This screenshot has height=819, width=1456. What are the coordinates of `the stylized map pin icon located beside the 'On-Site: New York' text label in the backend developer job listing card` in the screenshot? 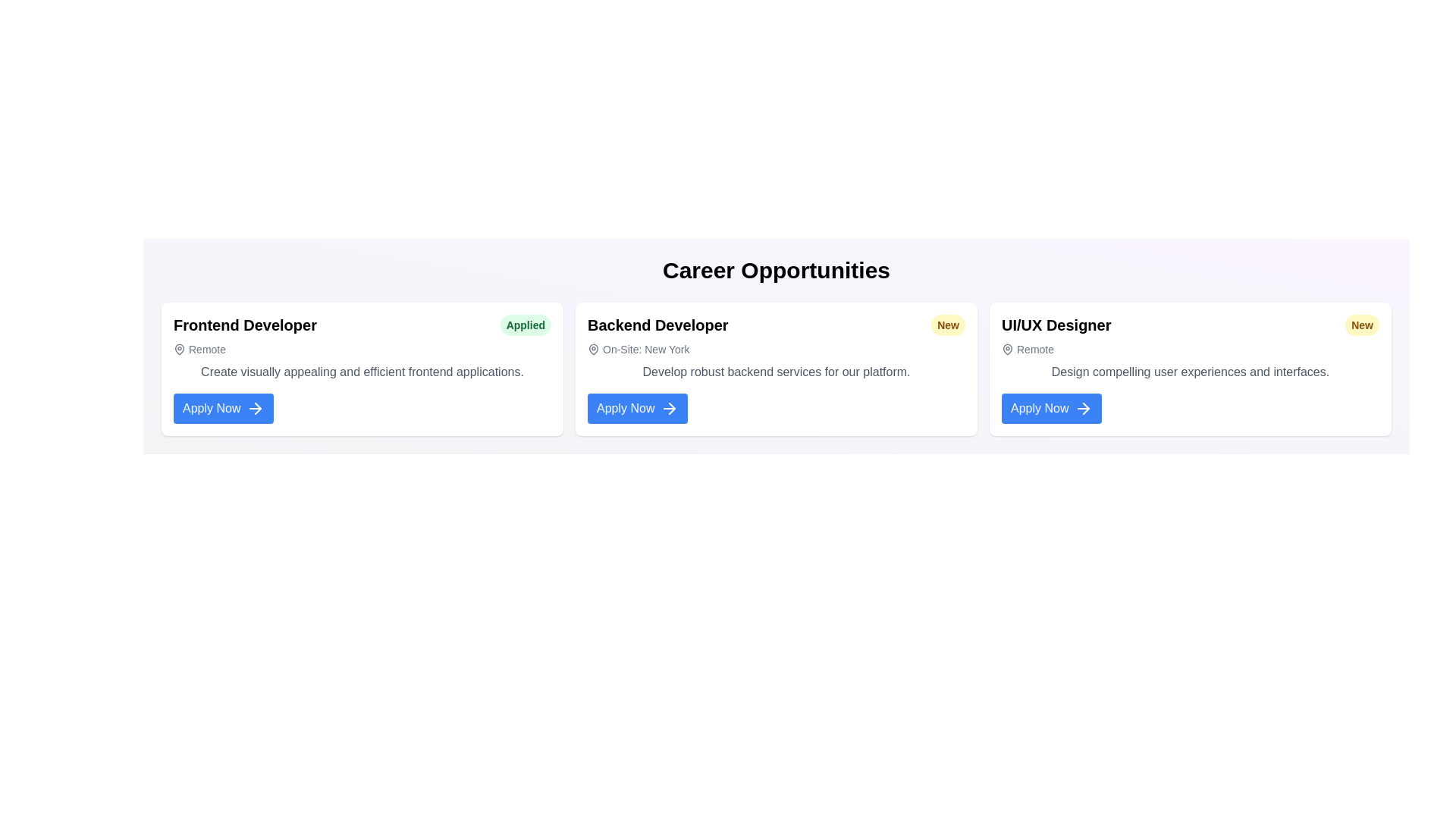 It's located at (592, 348).